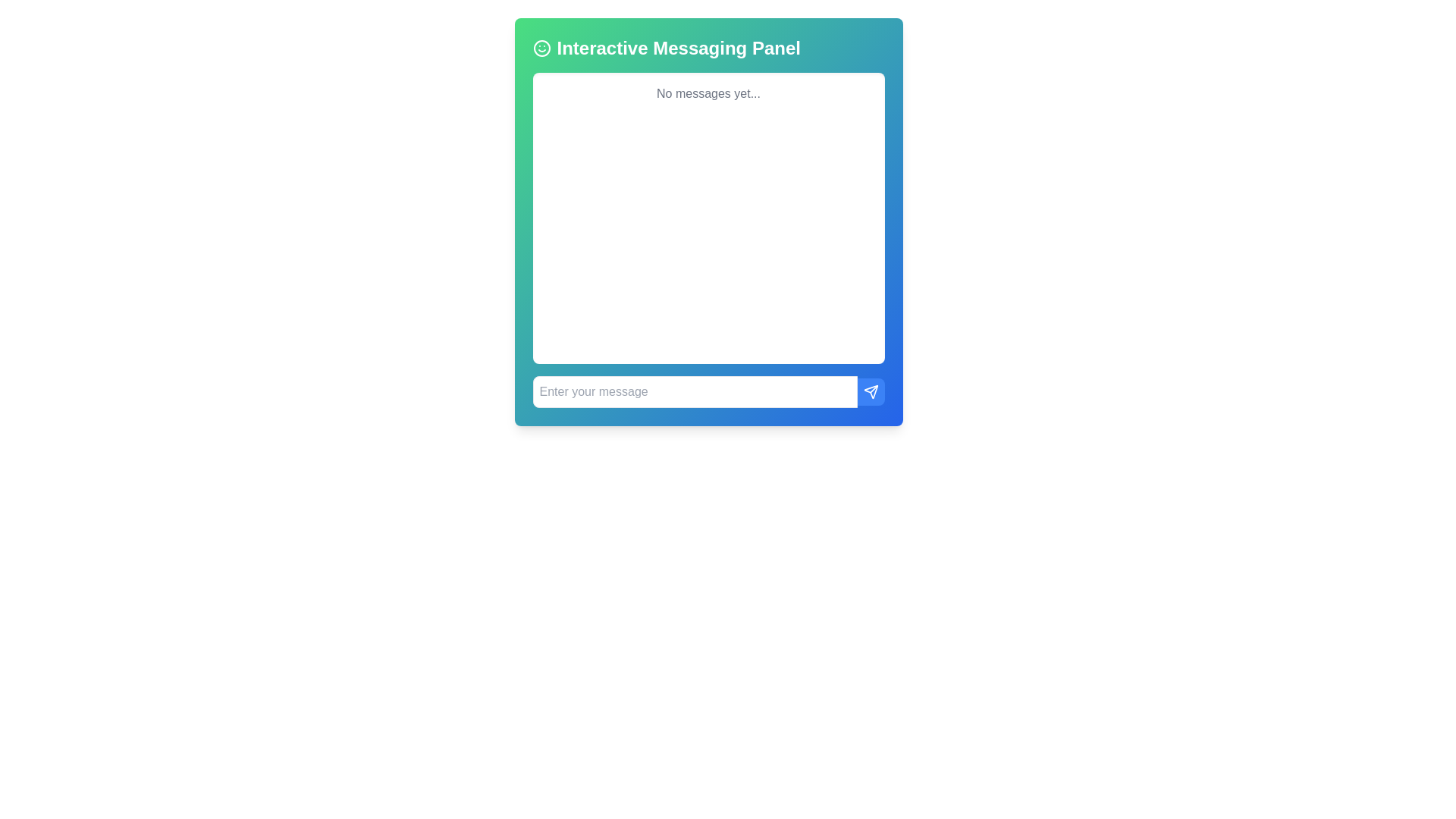 Image resolution: width=1456 pixels, height=819 pixels. I want to click on the cheerful icon SVG element located near the top-left corner of the messaging panel, adjacent to the title text 'Interactive Messaging Panel', so click(541, 48).